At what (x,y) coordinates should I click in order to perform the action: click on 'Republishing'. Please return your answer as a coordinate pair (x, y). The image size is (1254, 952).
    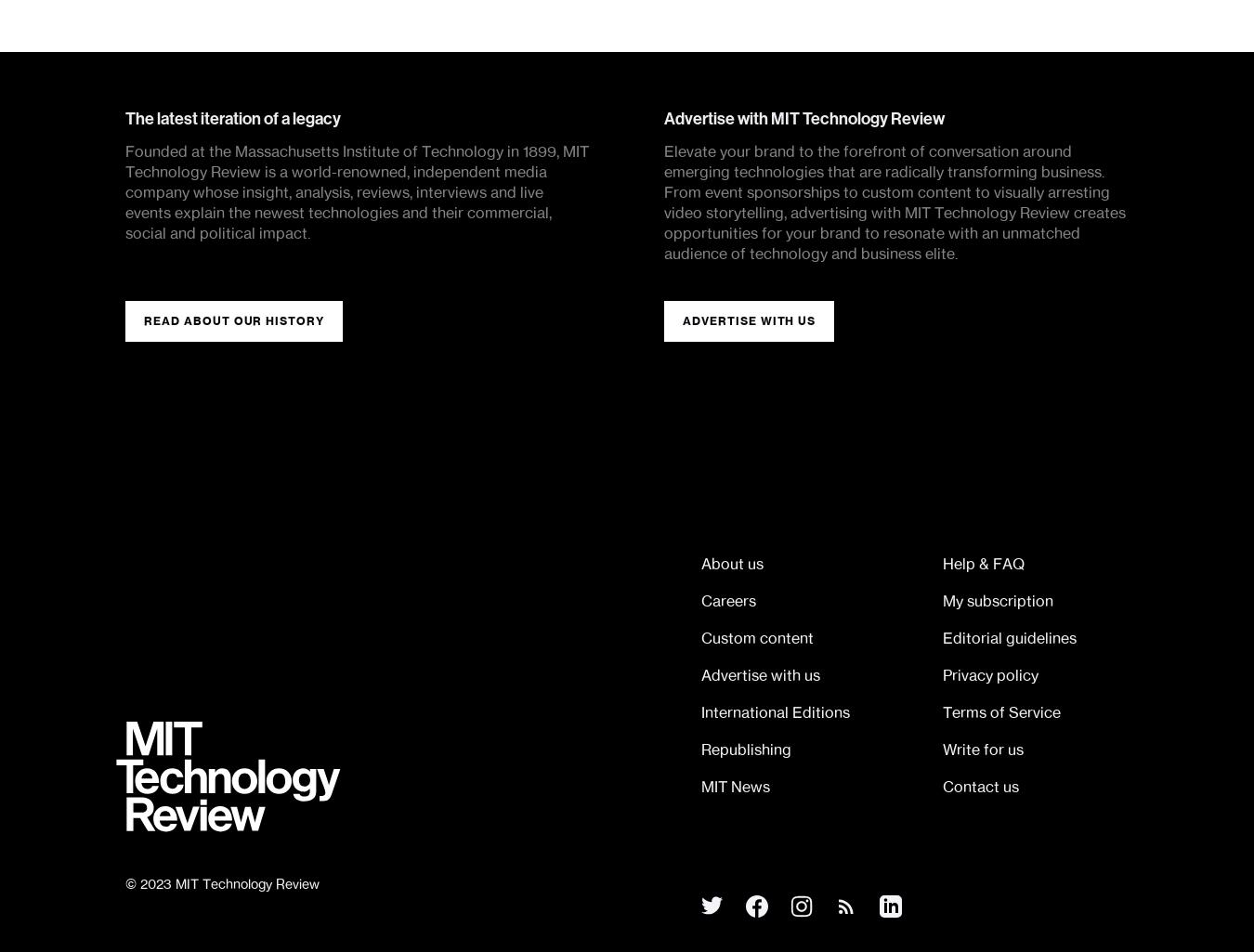
    Looking at the image, I should click on (746, 748).